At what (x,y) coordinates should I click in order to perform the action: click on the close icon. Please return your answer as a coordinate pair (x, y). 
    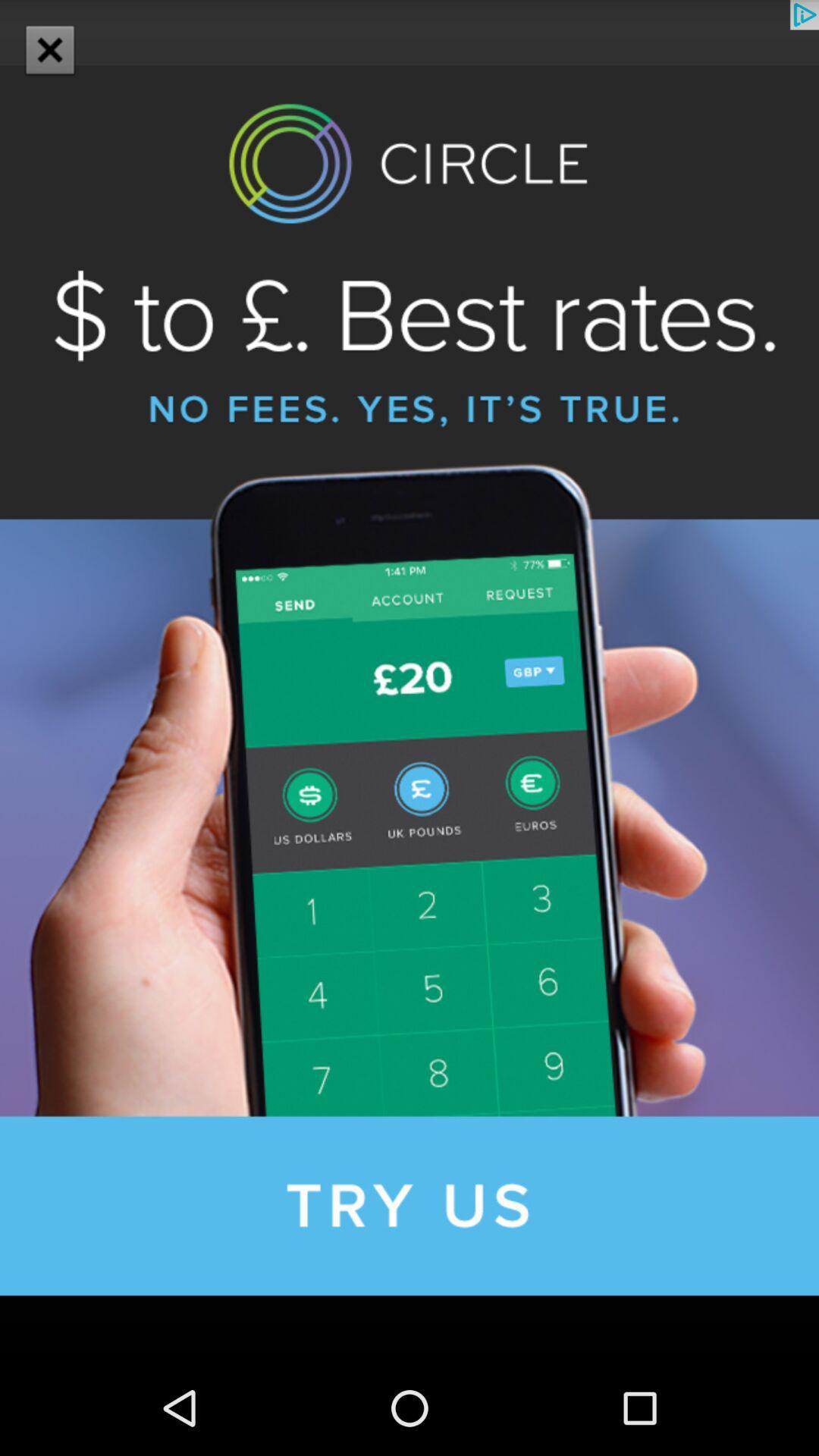
    Looking at the image, I should click on (49, 53).